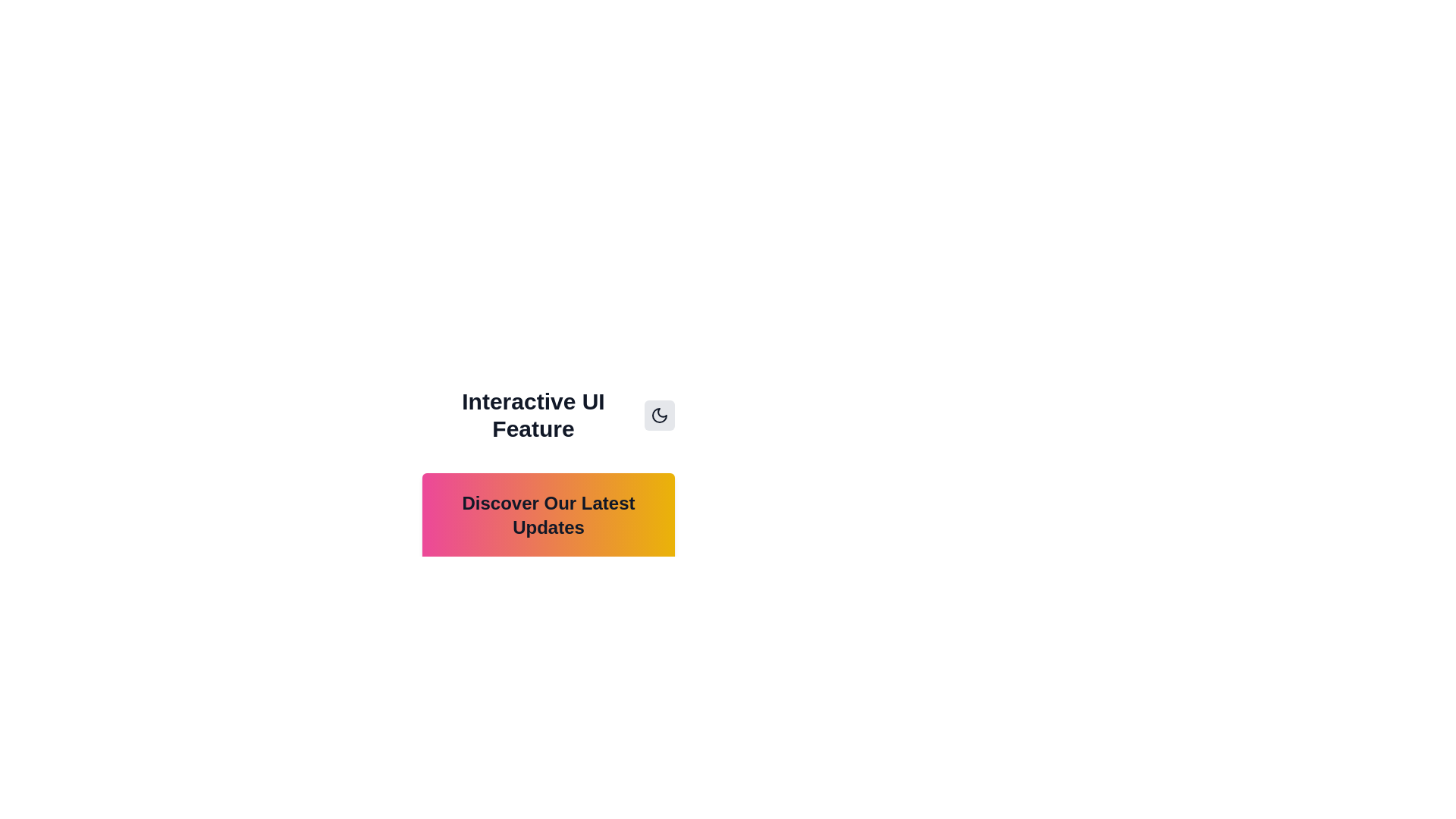 This screenshot has height=819, width=1456. Describe the element at coordinates (548, 514) in the screenshot. I see `the Text Display containing the bold text 'Discover Our Latest Updates', which is styled with a dark color on a vivid pink-to-yellow gradient background` at that location.